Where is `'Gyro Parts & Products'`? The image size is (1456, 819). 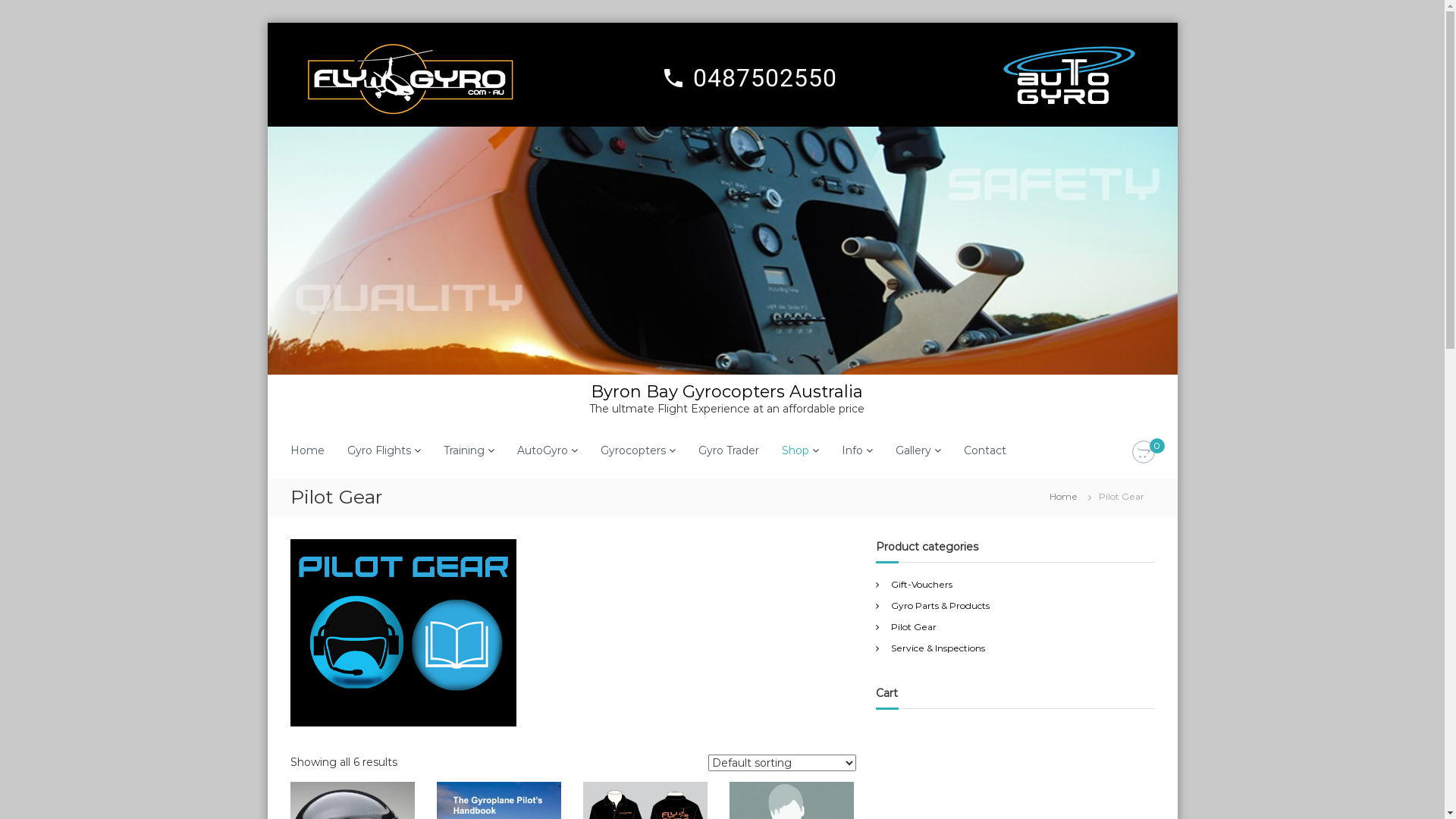
'Gyro Parts & Products' is located at coordinates (939, 604).